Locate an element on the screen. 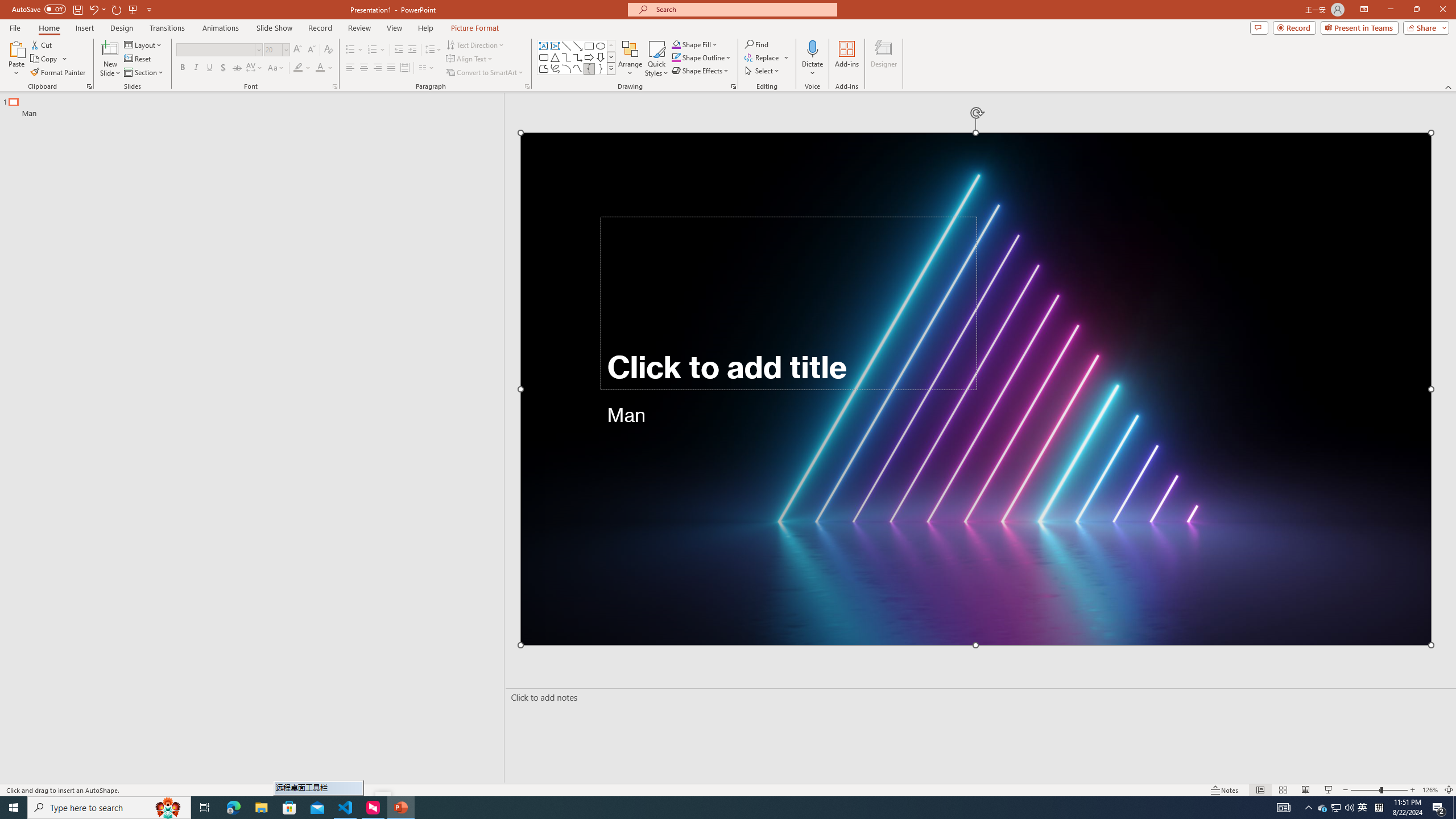 The height and width of the screenshot is (819, 1456). 'Picture Format' is located at coordinates (475, 28).